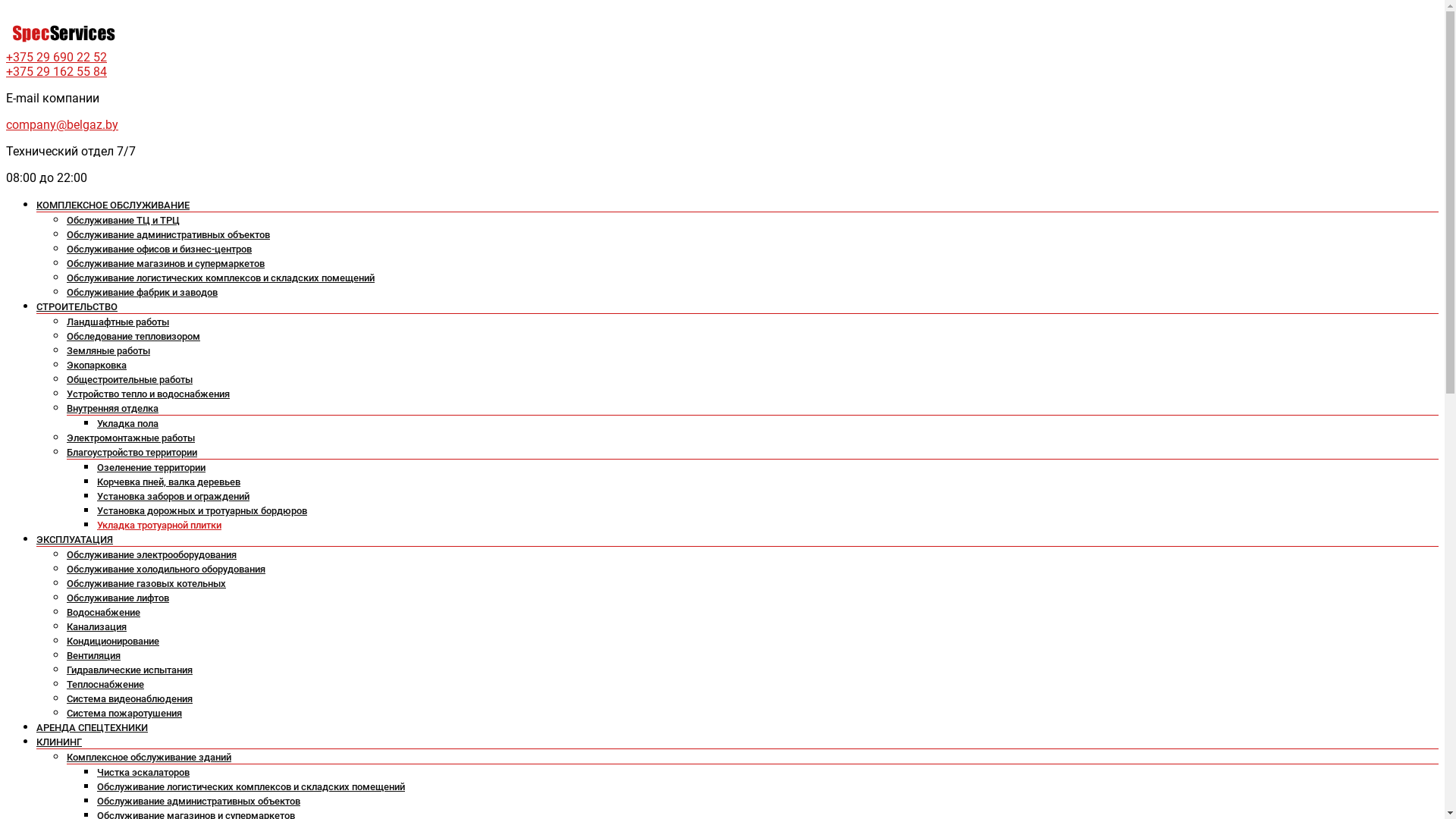 The image size is (1456, 819). Describe the element at coordinates (56, 71) in the screenshot. I see `'+375 29 162 55 84'` at that location.